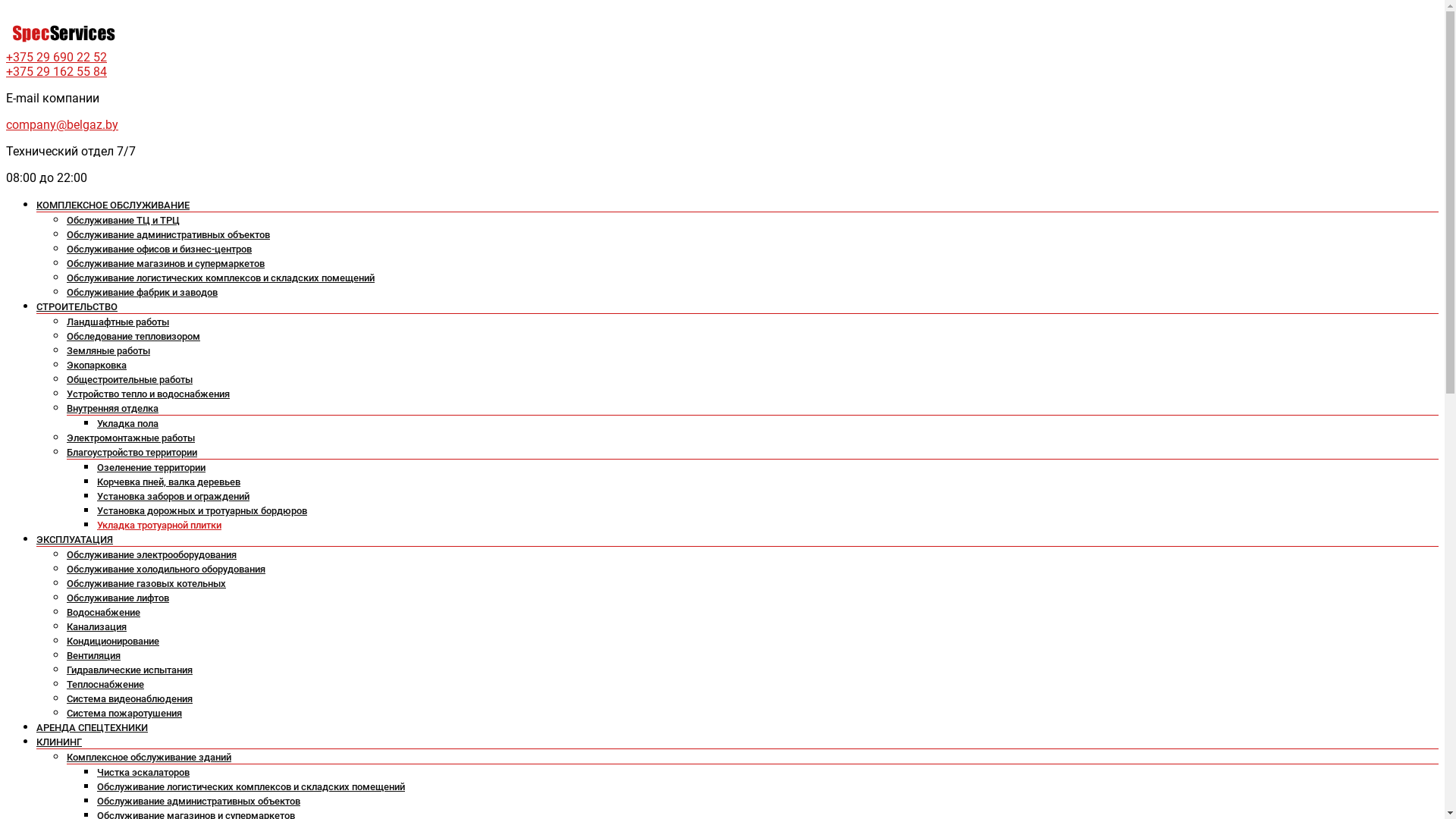 The image size is (1456, 819). Describe the element at coordinates (56, 71) in the screenshot. I see `'+375 29 162 55 84'` at that location.